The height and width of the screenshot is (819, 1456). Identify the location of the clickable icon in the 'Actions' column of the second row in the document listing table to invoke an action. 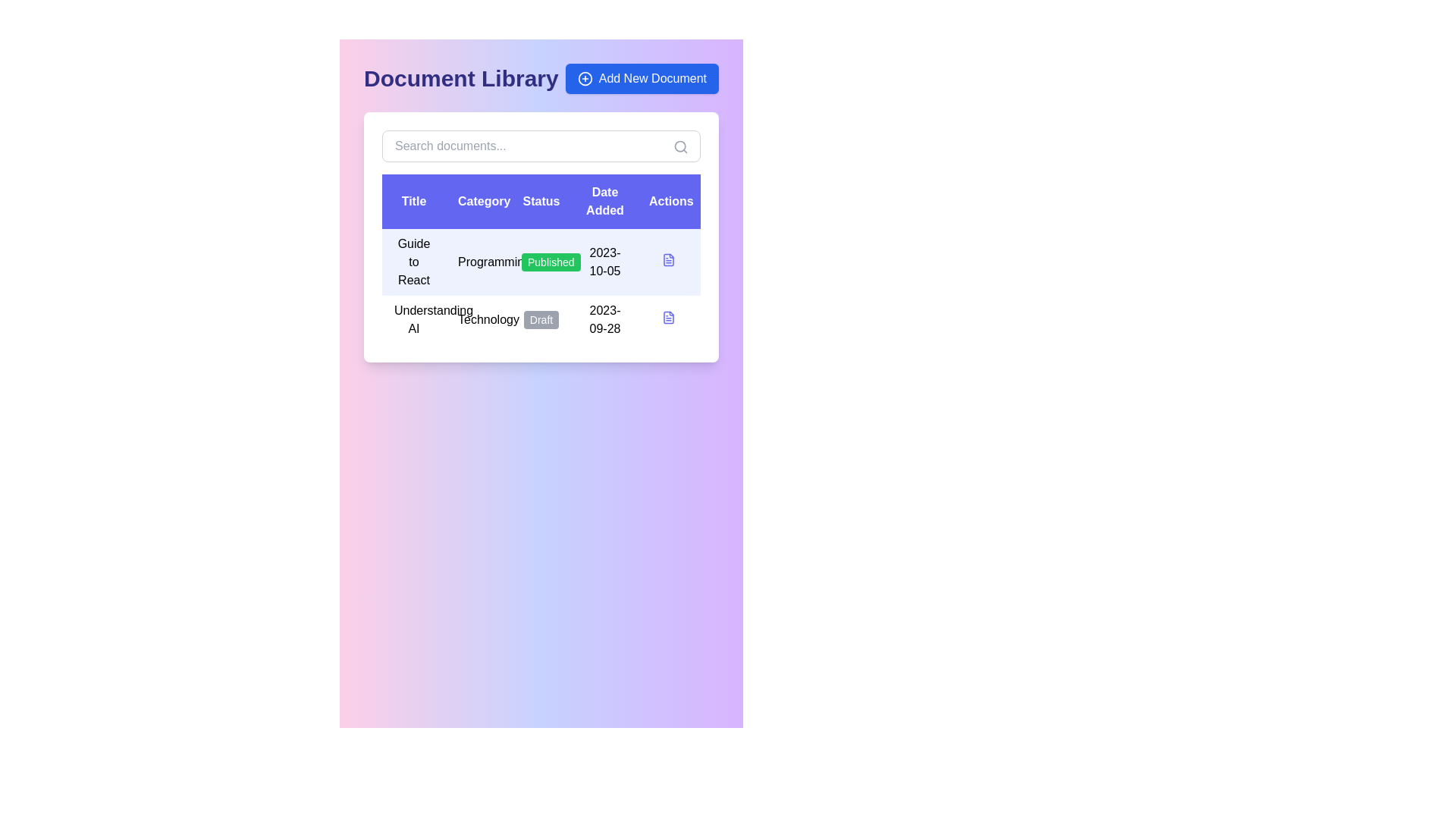
(668, 315).